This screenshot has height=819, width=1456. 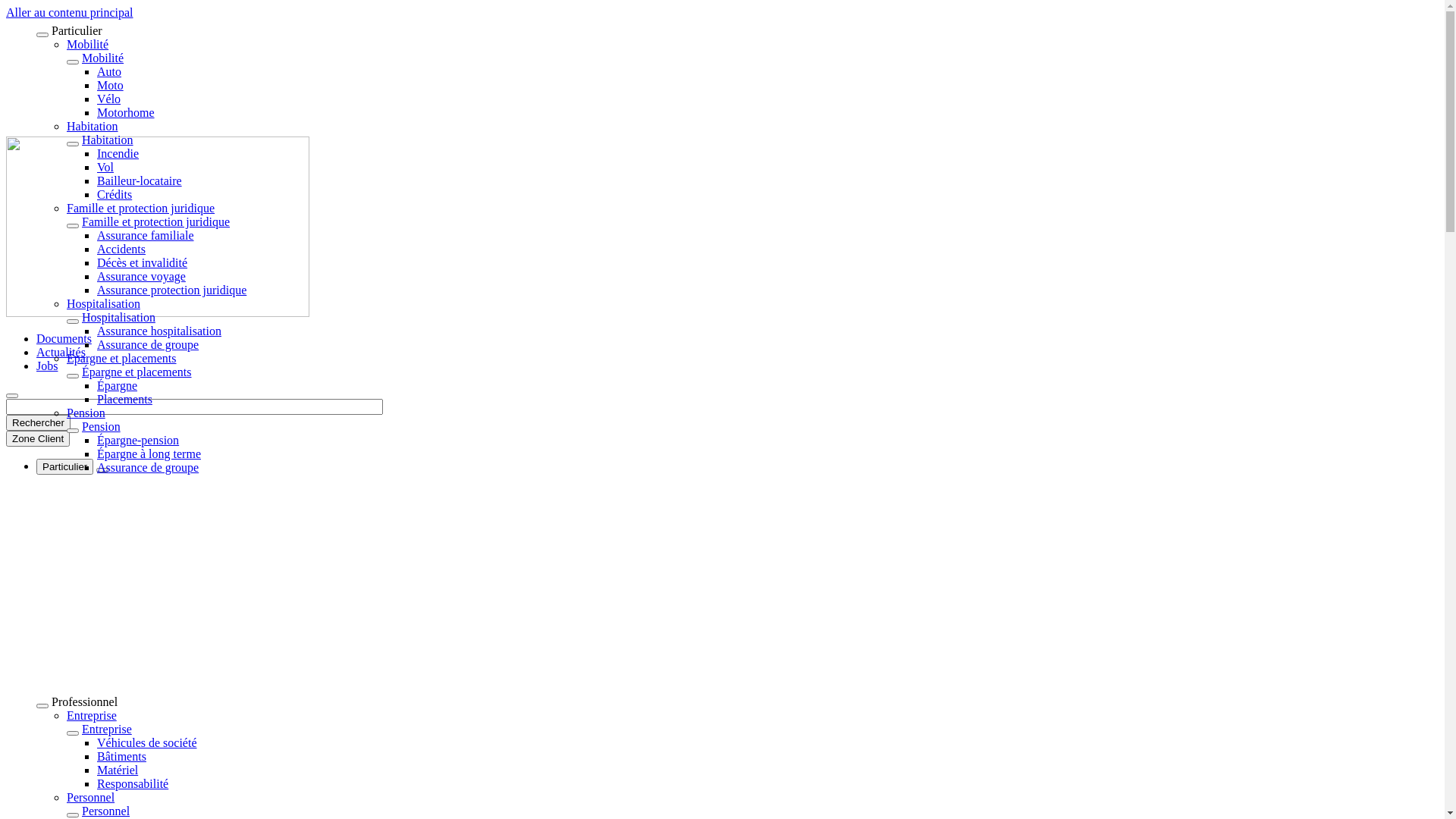 I want to click on 'Assurance hospitalisation', so click(x=159, y=330).